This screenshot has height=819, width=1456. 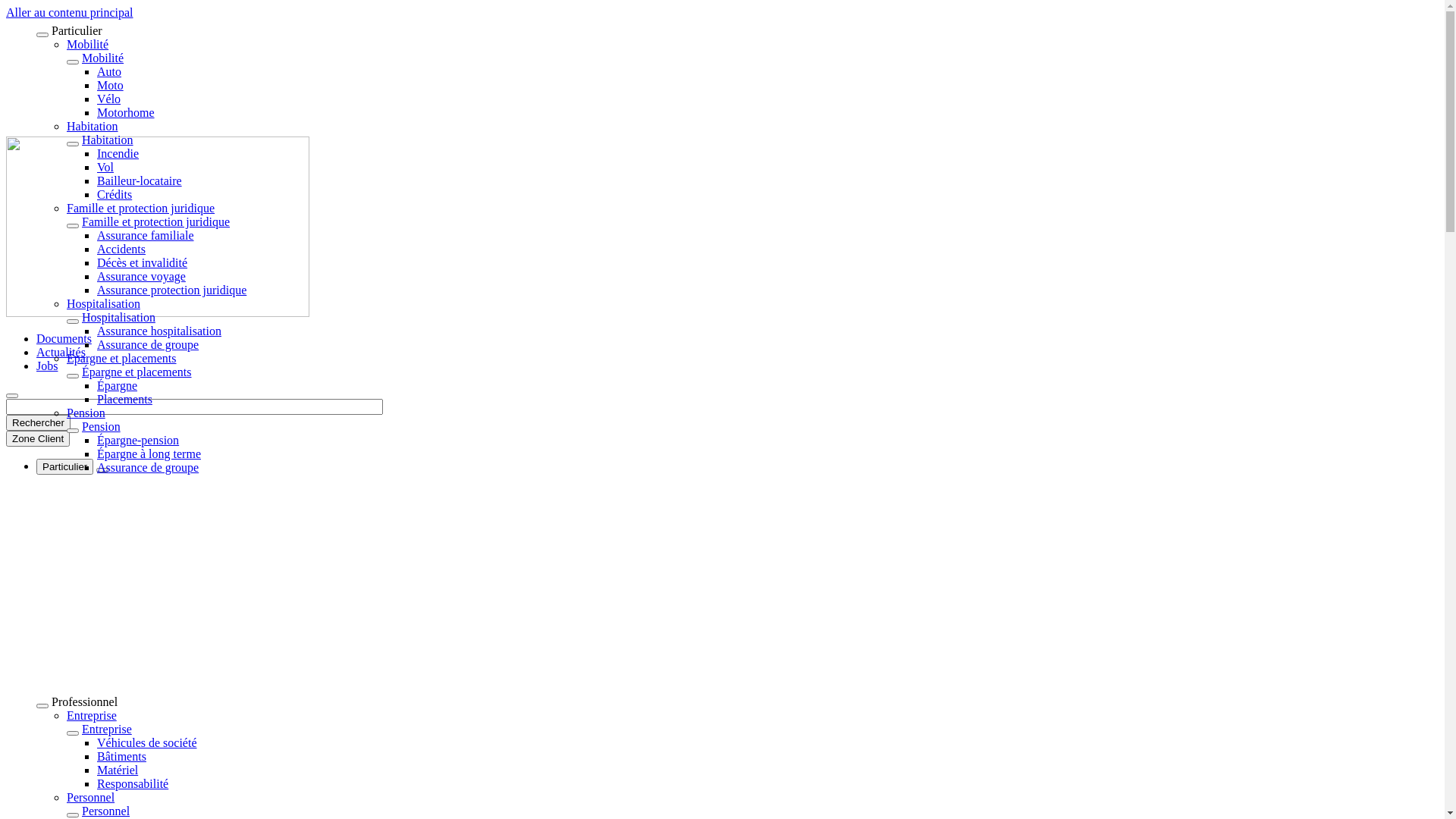 I want to click on 'Assurance hospitalisation', so click(x=159, y=330).